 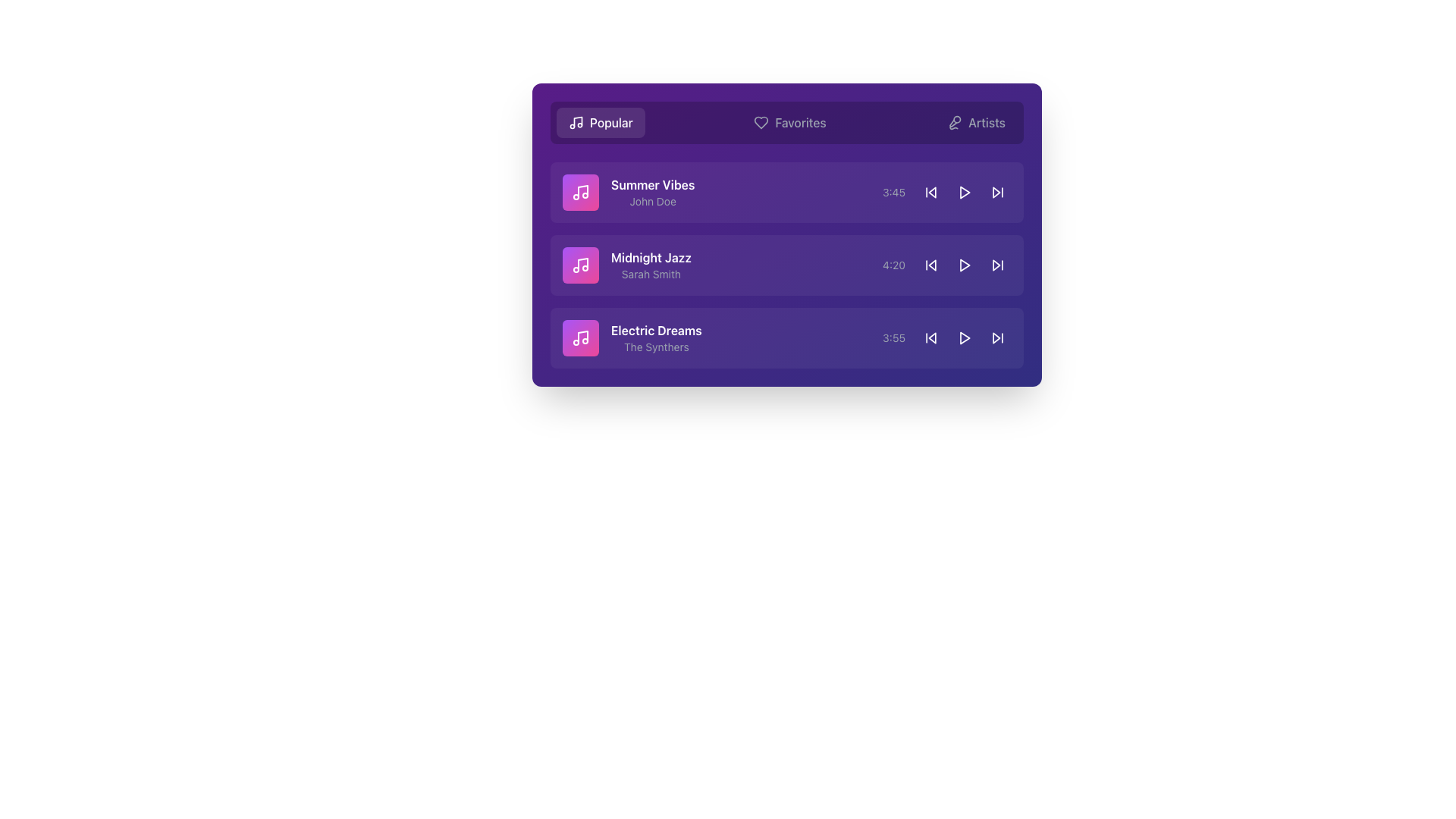 What do you see at coordinates (996, 337) in the screenshot?
I see `the triangular skip-forward button icon located to the far right of the 'Electric Dreams' song entry in the playlist interface` at bounding box center [996, 337].